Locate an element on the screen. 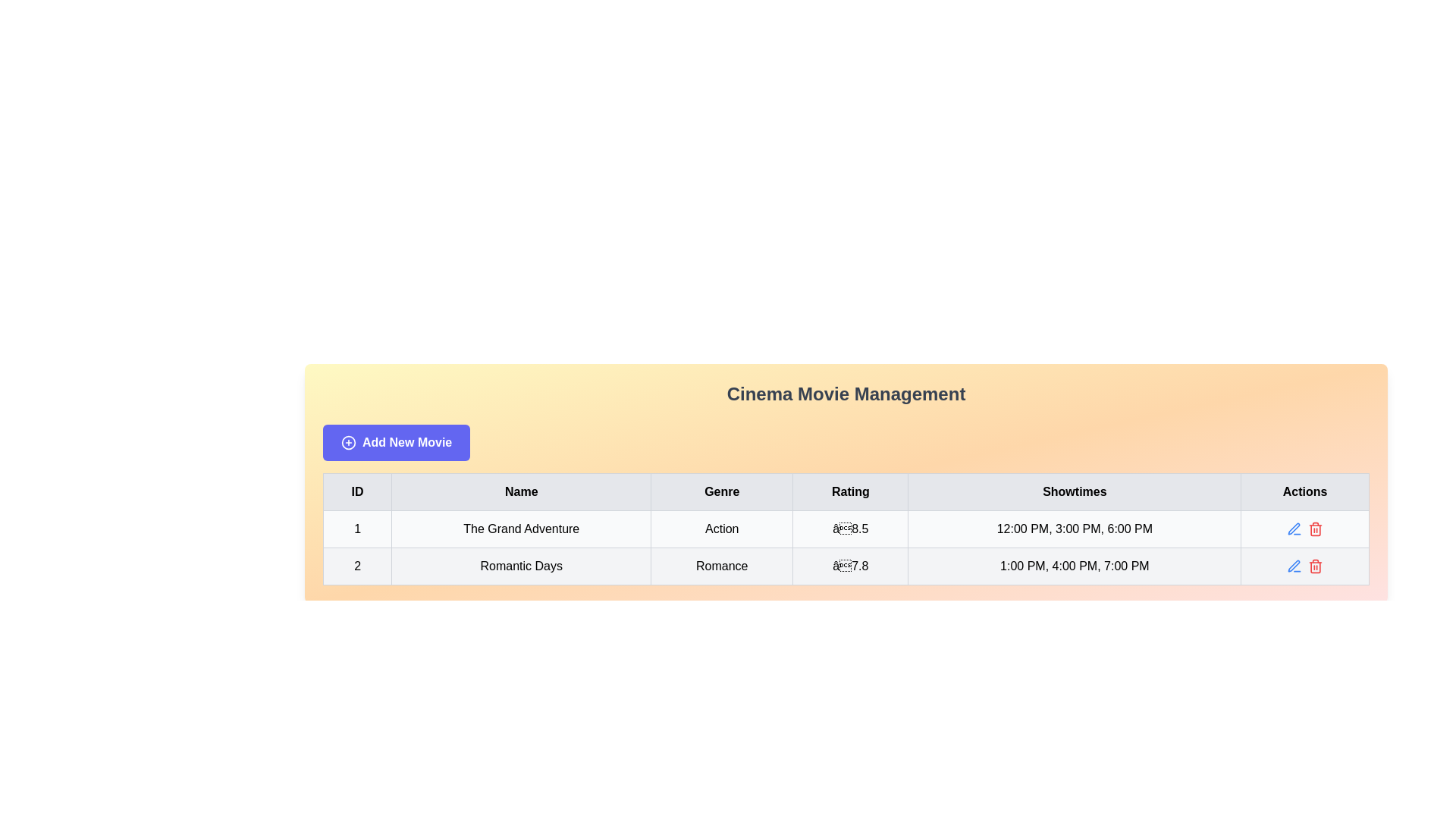  the first row of the movie table entry displaying 'The Grand Adventure' with ID, Genre, Rating, and Showtimes is located at coordinates (846, 529).